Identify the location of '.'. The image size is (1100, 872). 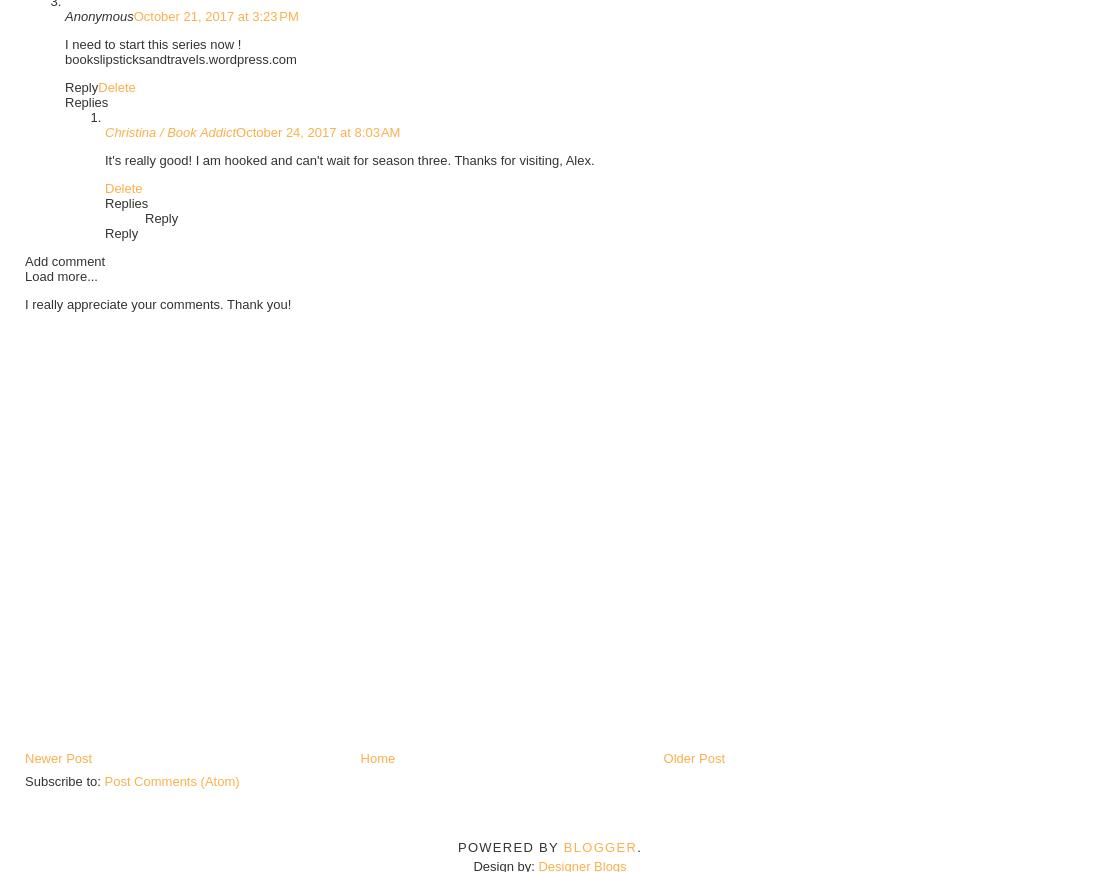
(639, 846).